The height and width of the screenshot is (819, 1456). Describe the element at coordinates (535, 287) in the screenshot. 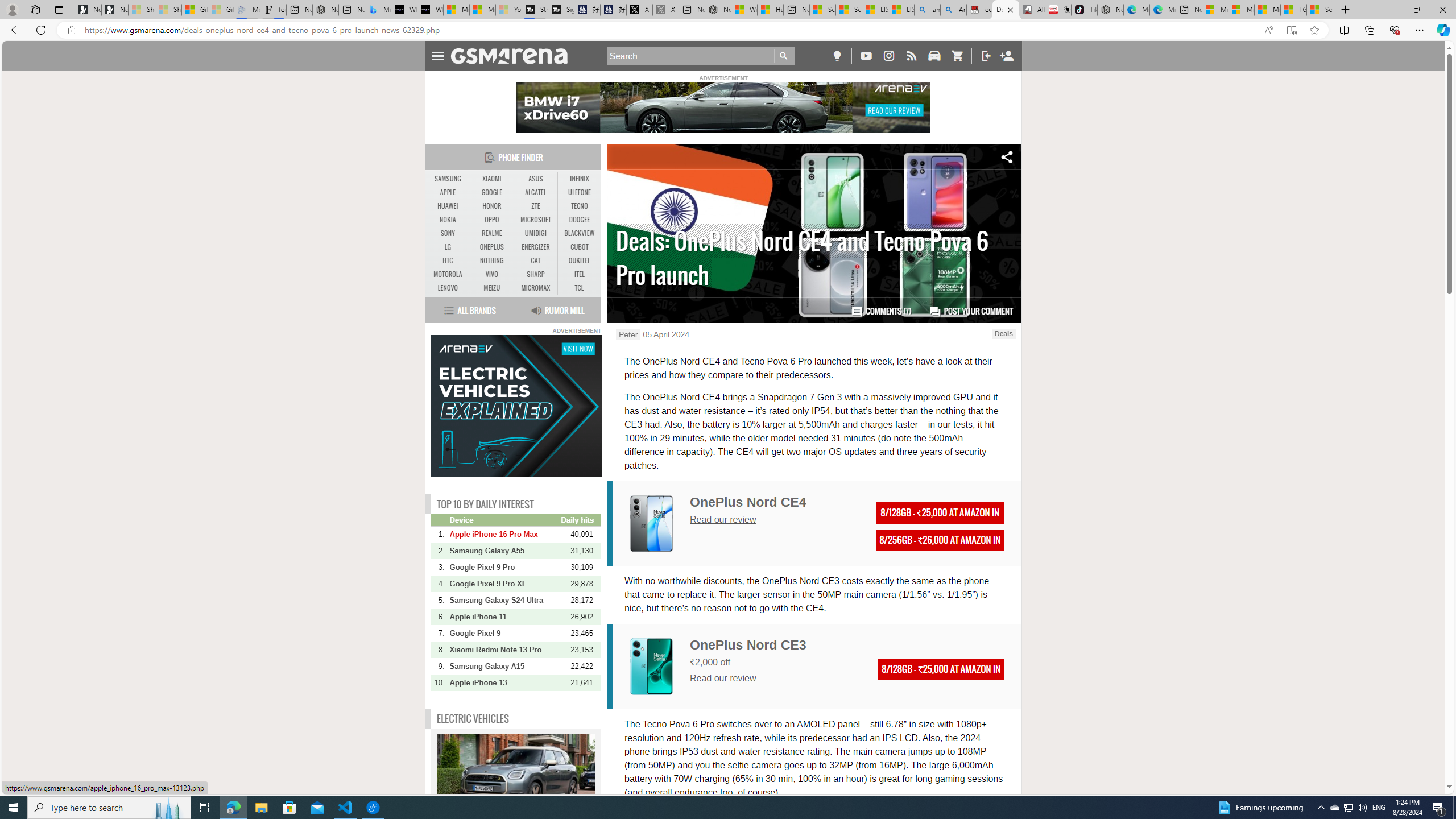

I see `'MICROMAX'` at that location.